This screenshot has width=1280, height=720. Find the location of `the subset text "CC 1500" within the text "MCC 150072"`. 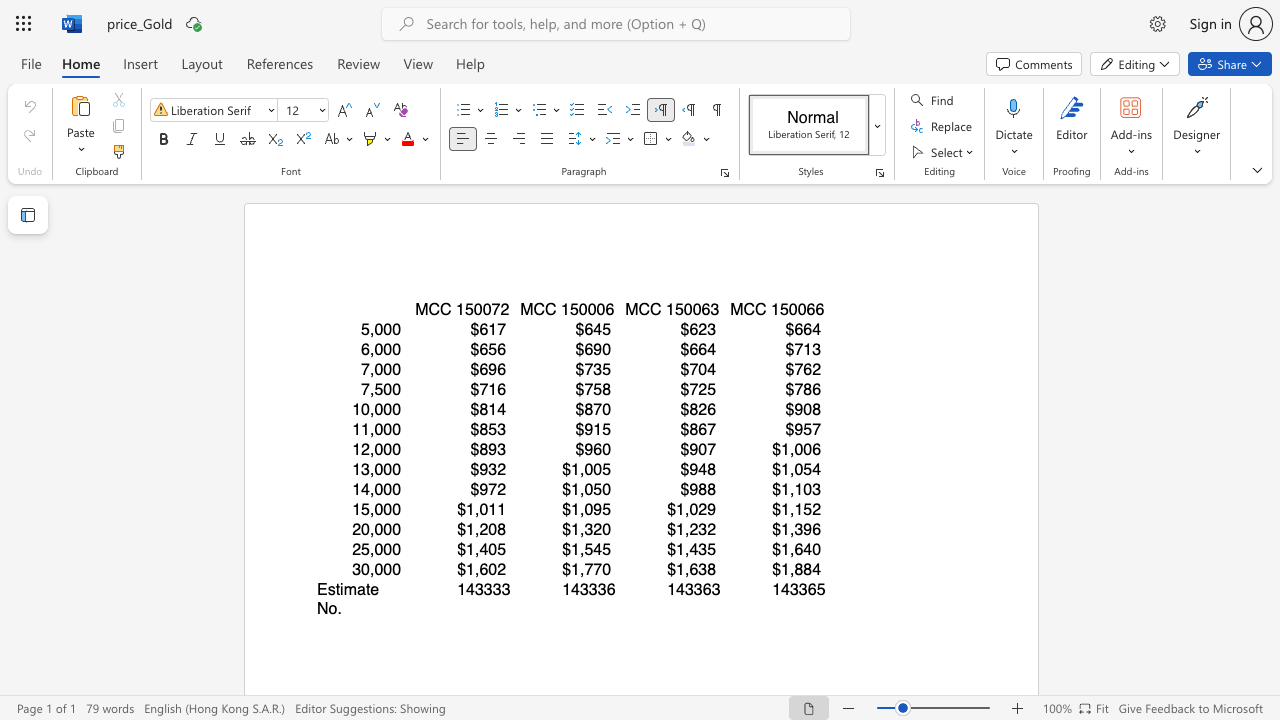

the subset text "CC 1500" within the text "MCC 150072" is located at coordinates (427, 309).